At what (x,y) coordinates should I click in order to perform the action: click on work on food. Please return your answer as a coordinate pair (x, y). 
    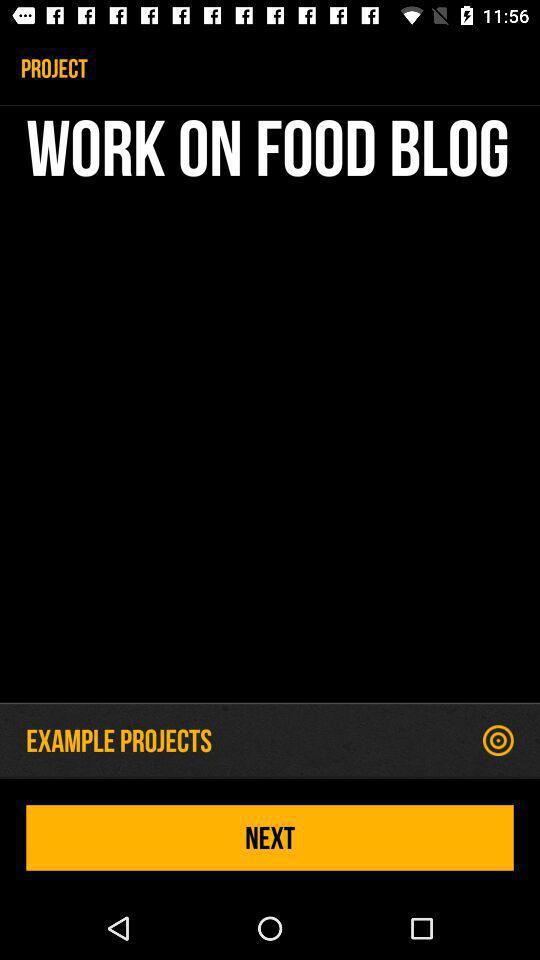
    Looking at the image, I should click on (270, 407).